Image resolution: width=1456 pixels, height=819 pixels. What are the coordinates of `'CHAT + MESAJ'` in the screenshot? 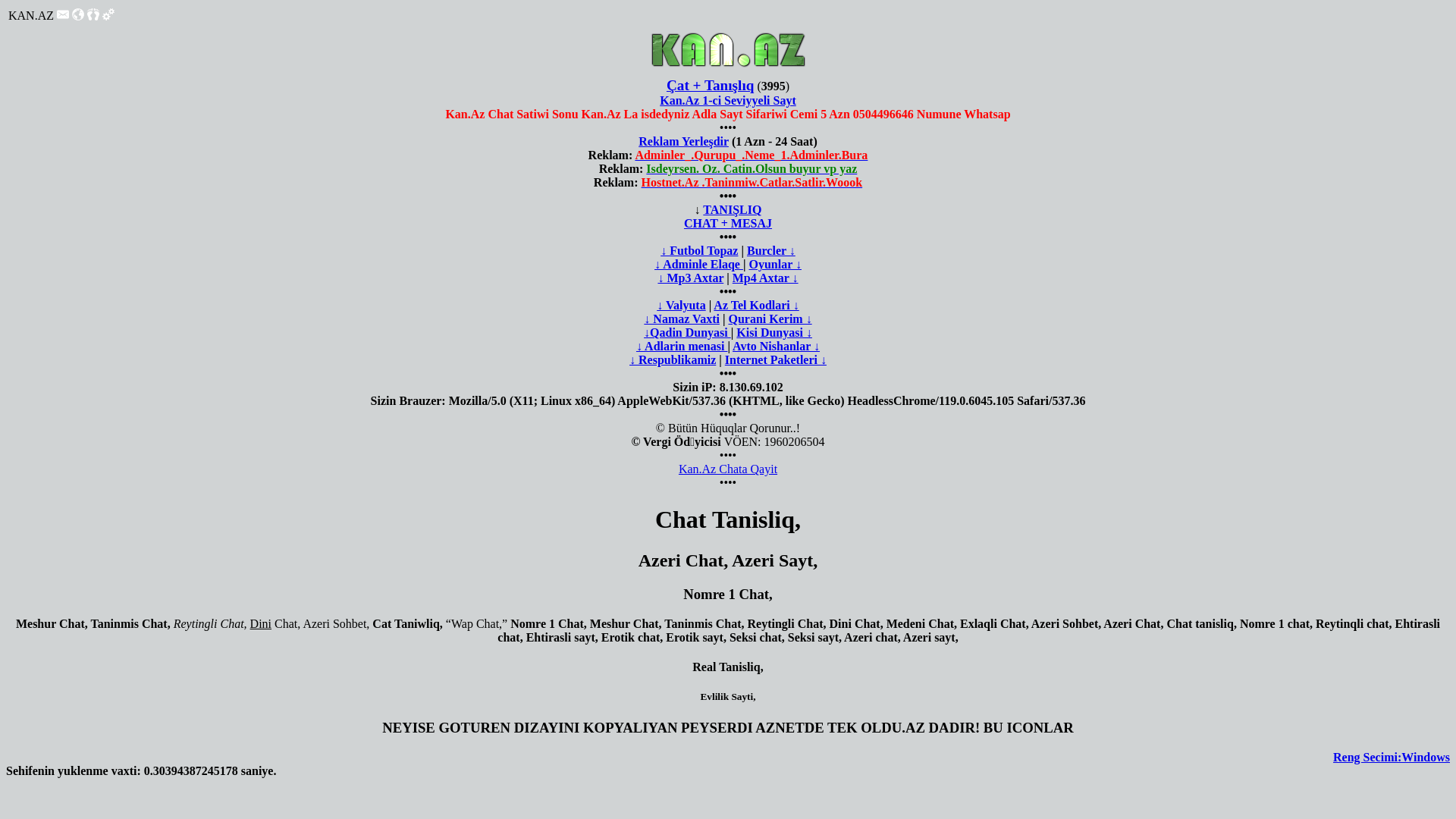 It's located at (728, 223).